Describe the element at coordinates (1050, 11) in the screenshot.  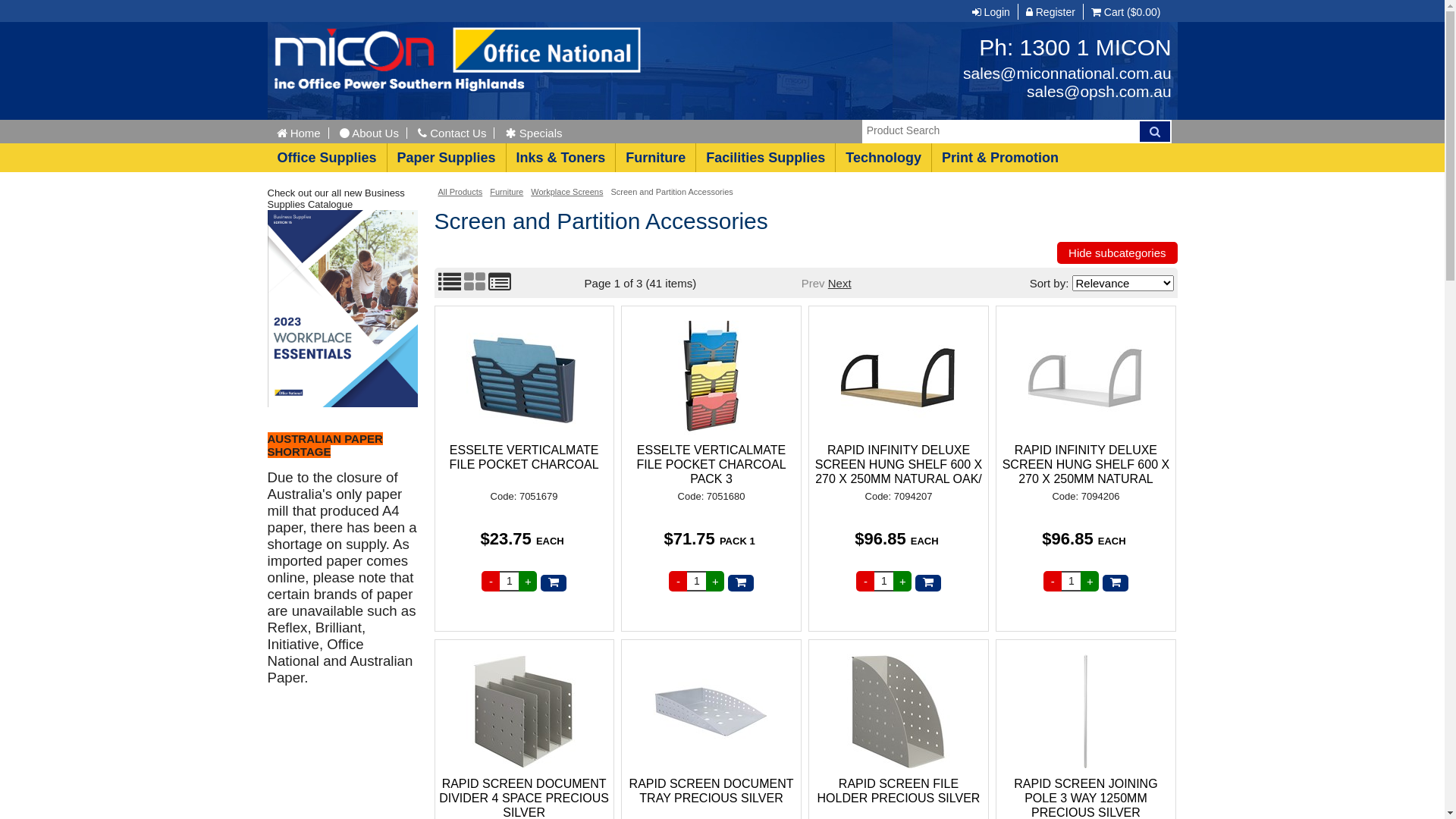
I see `'Register'` at that location.